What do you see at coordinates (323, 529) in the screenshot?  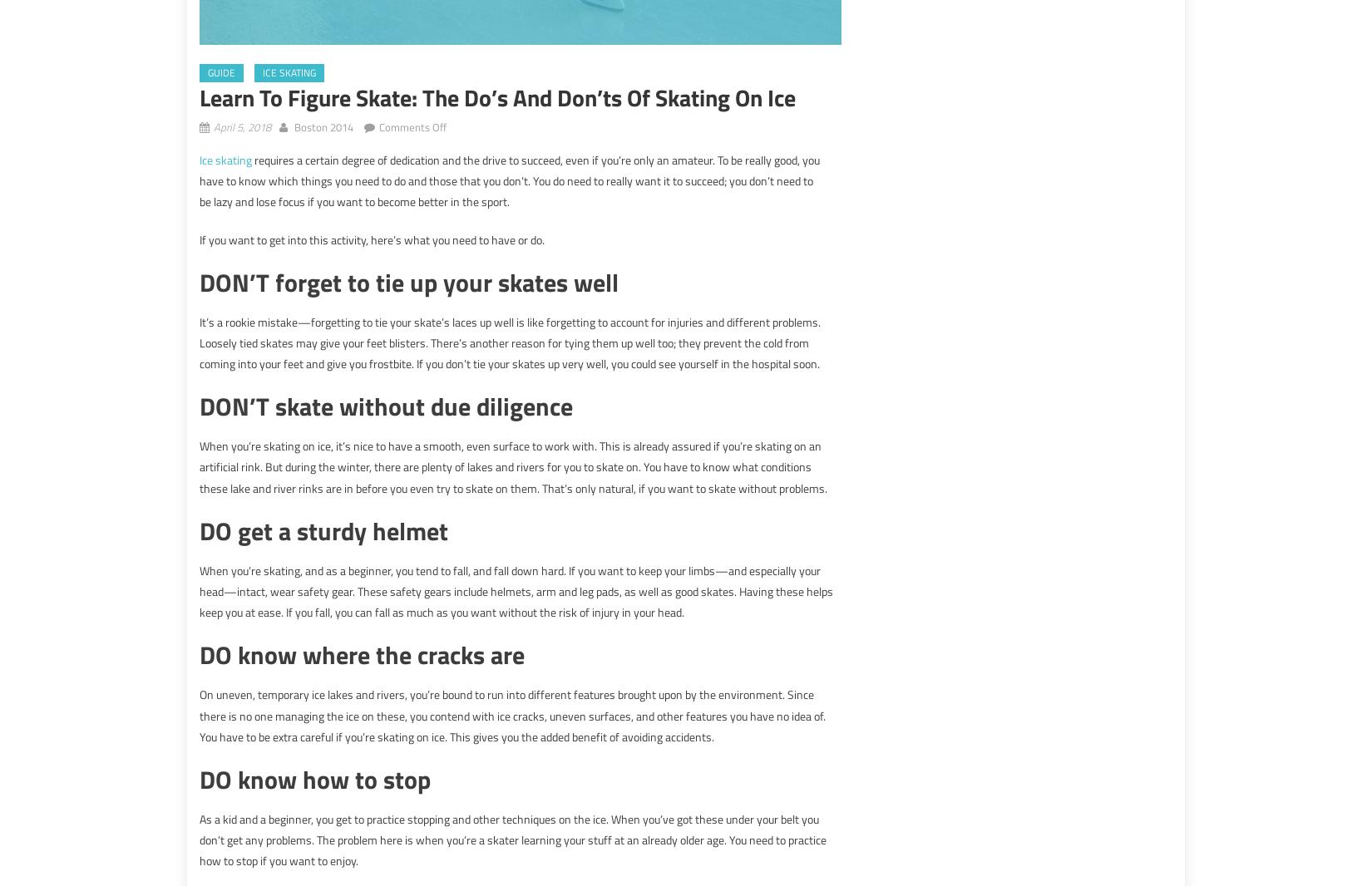 I see `'DO get a sturdy helmet'` at bounding box center [323, 529].